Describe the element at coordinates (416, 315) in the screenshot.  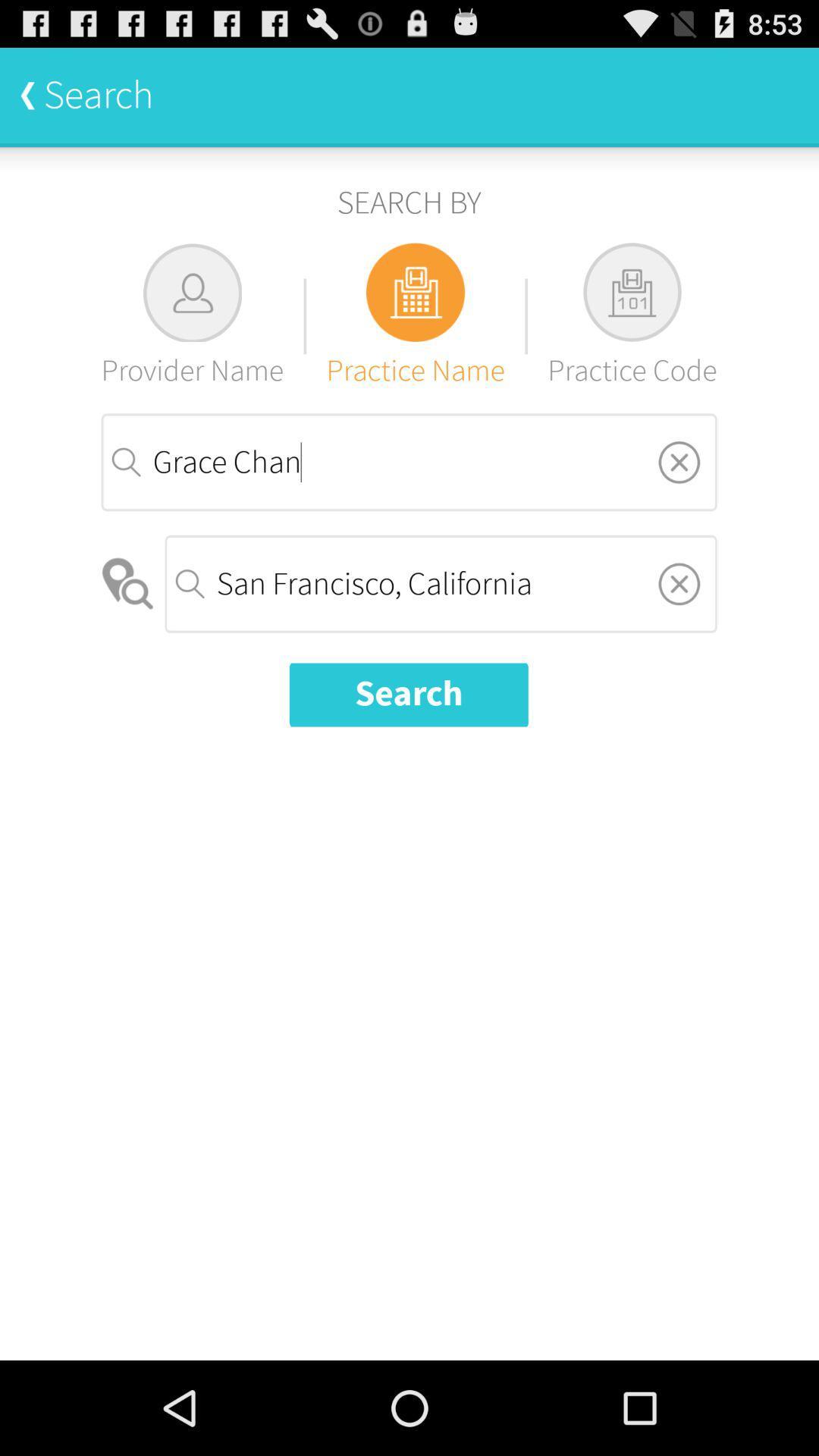
I see `the practice name icon` at that location.